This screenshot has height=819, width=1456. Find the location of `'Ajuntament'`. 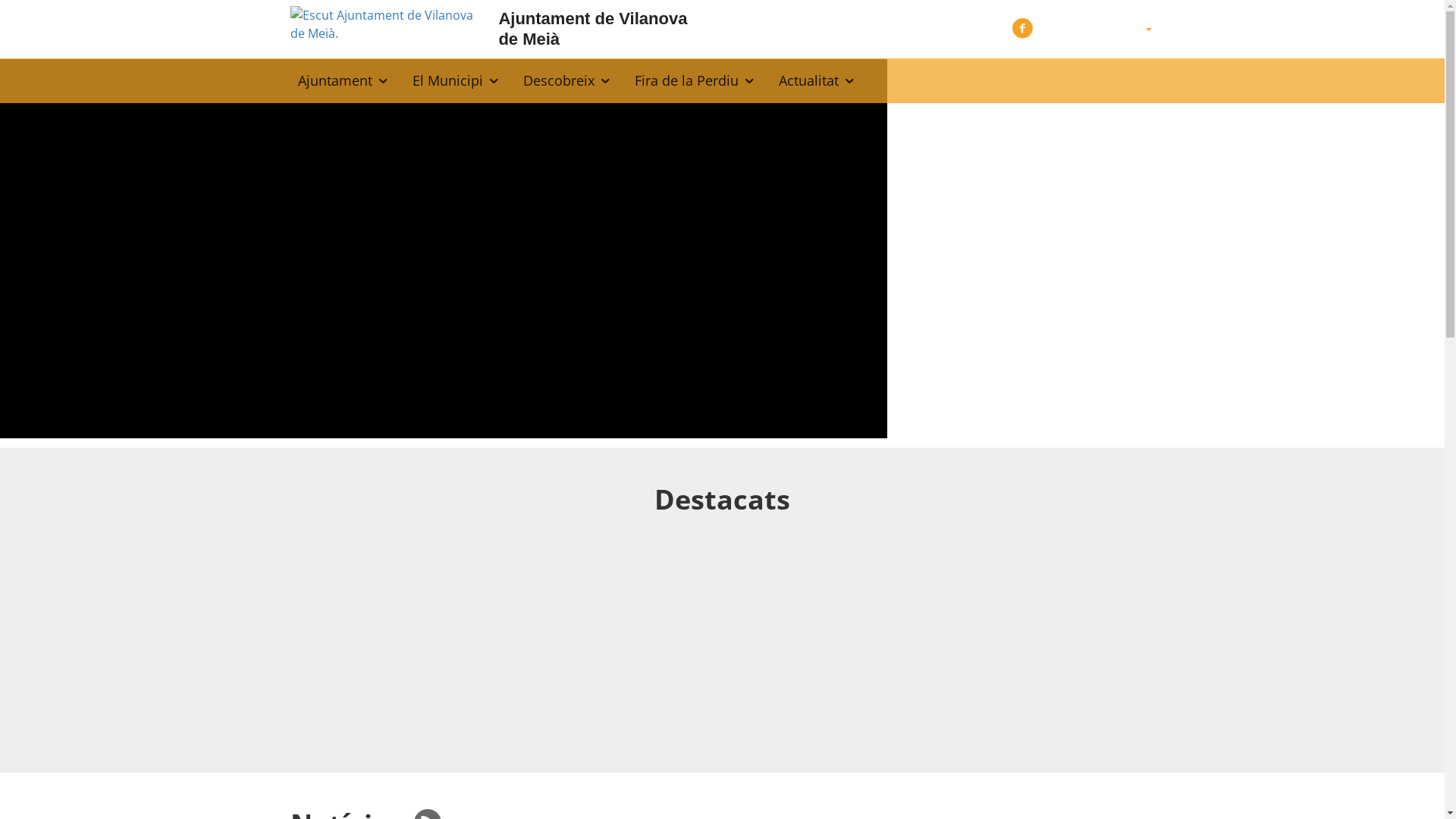

'Ajuntament' is located at coordinates (342, 80).